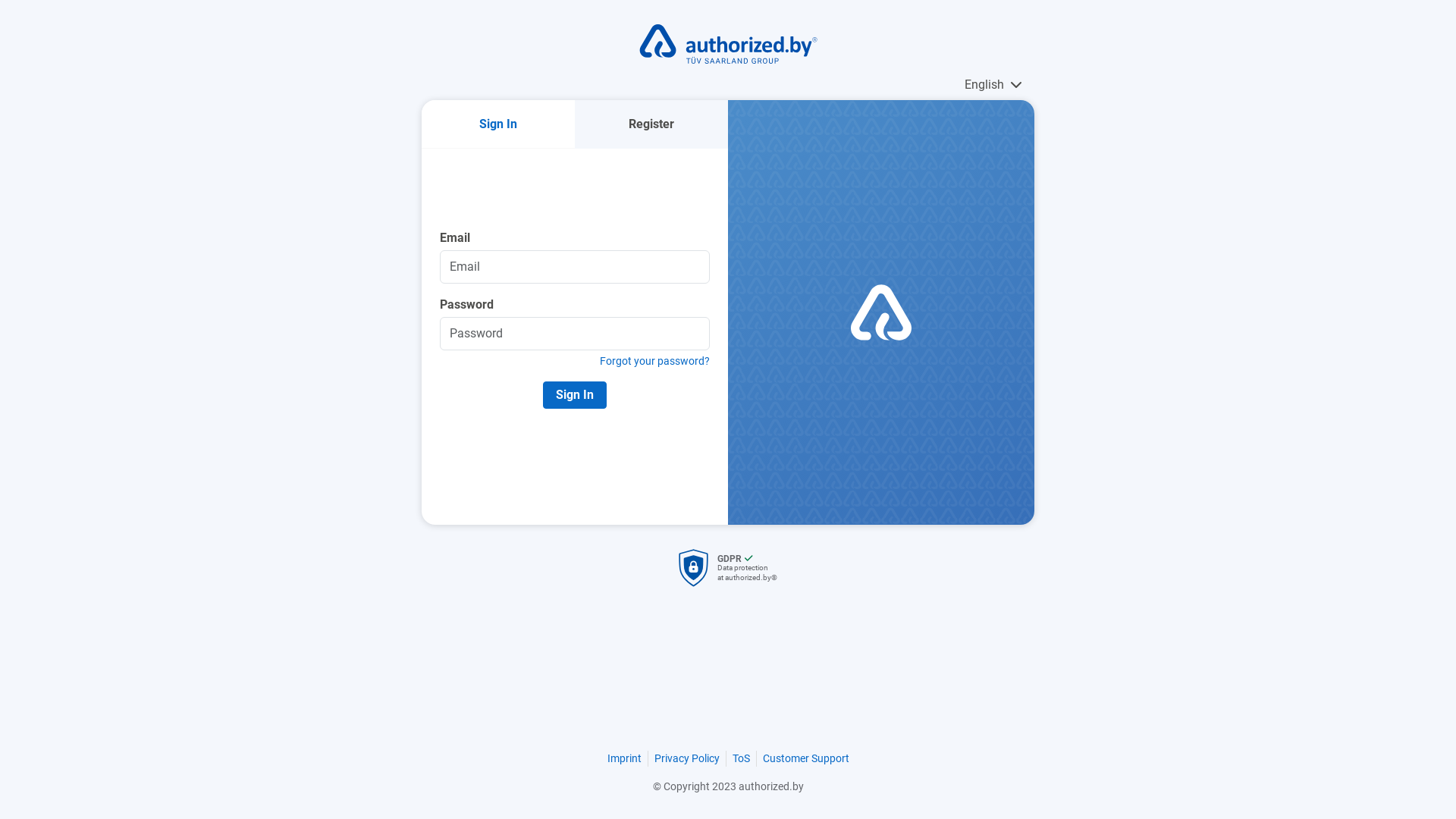  Describe the element at coordinates (686, 758) in the screenshot. I see `'Privacy Policy'` at that location.